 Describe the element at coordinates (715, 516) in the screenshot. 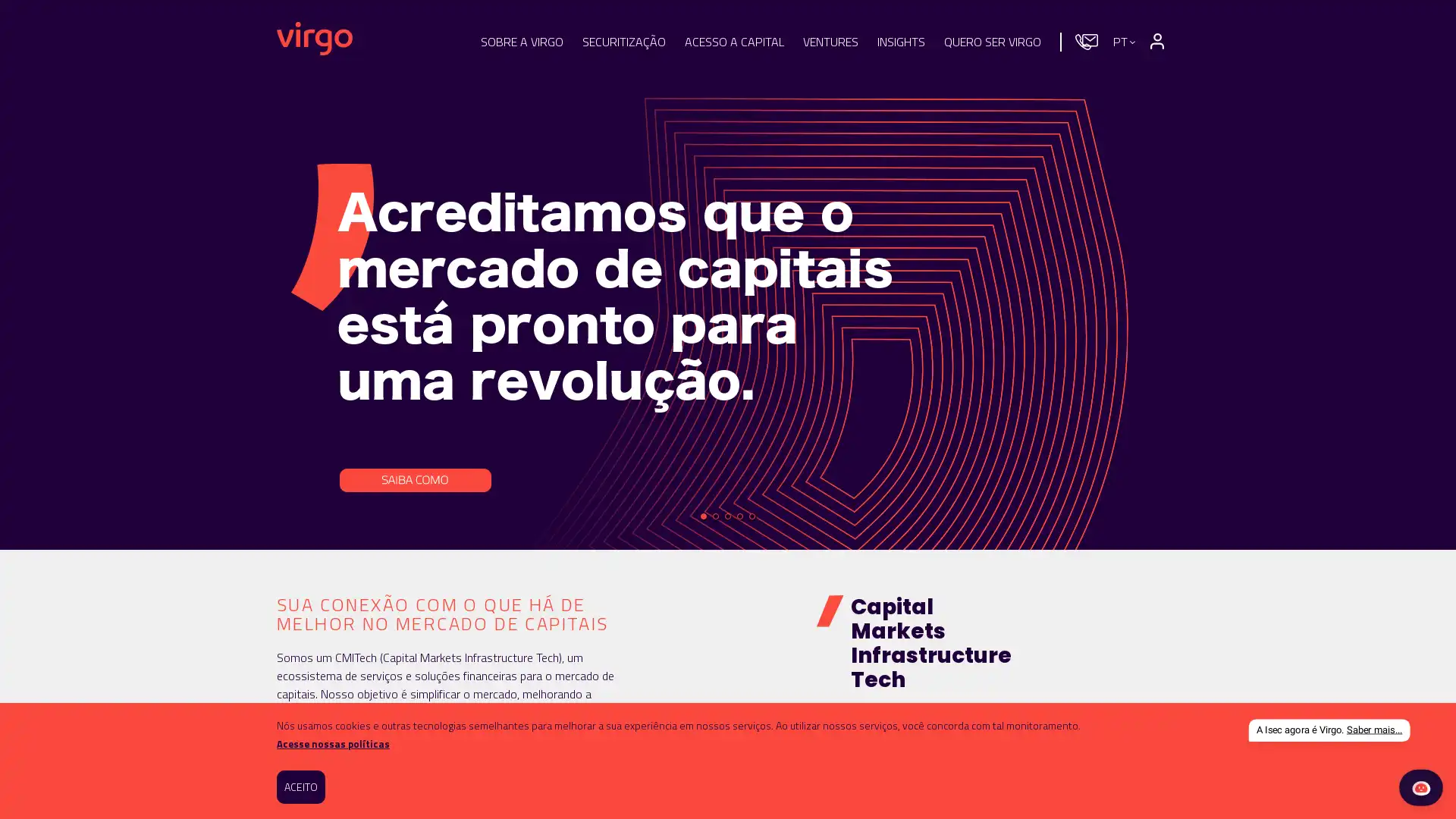

I see `Go to slide 2` at that location.